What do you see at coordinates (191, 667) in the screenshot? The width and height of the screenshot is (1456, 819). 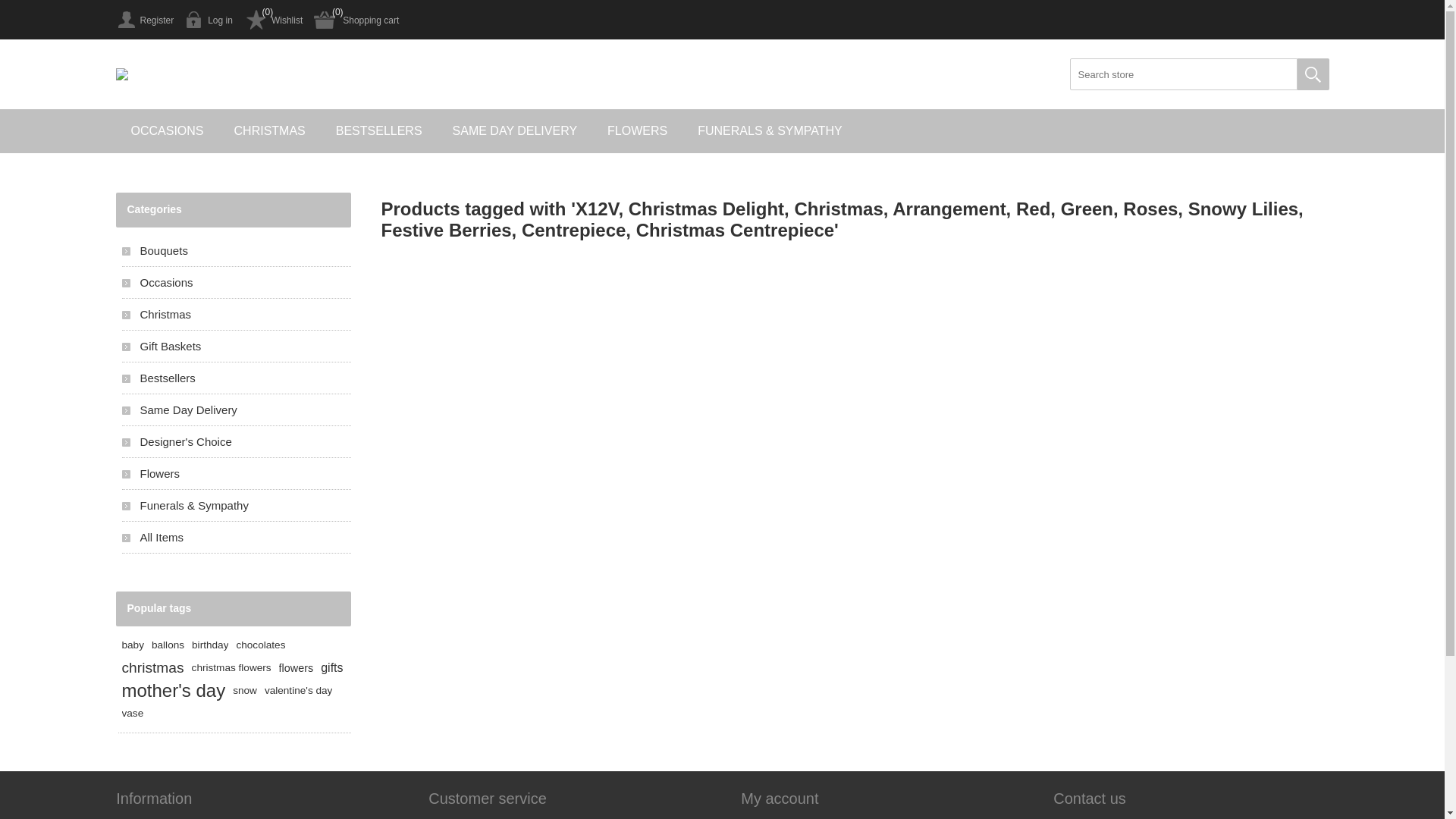 I see `'christmas flowers'` at bounding box center [191, 667].